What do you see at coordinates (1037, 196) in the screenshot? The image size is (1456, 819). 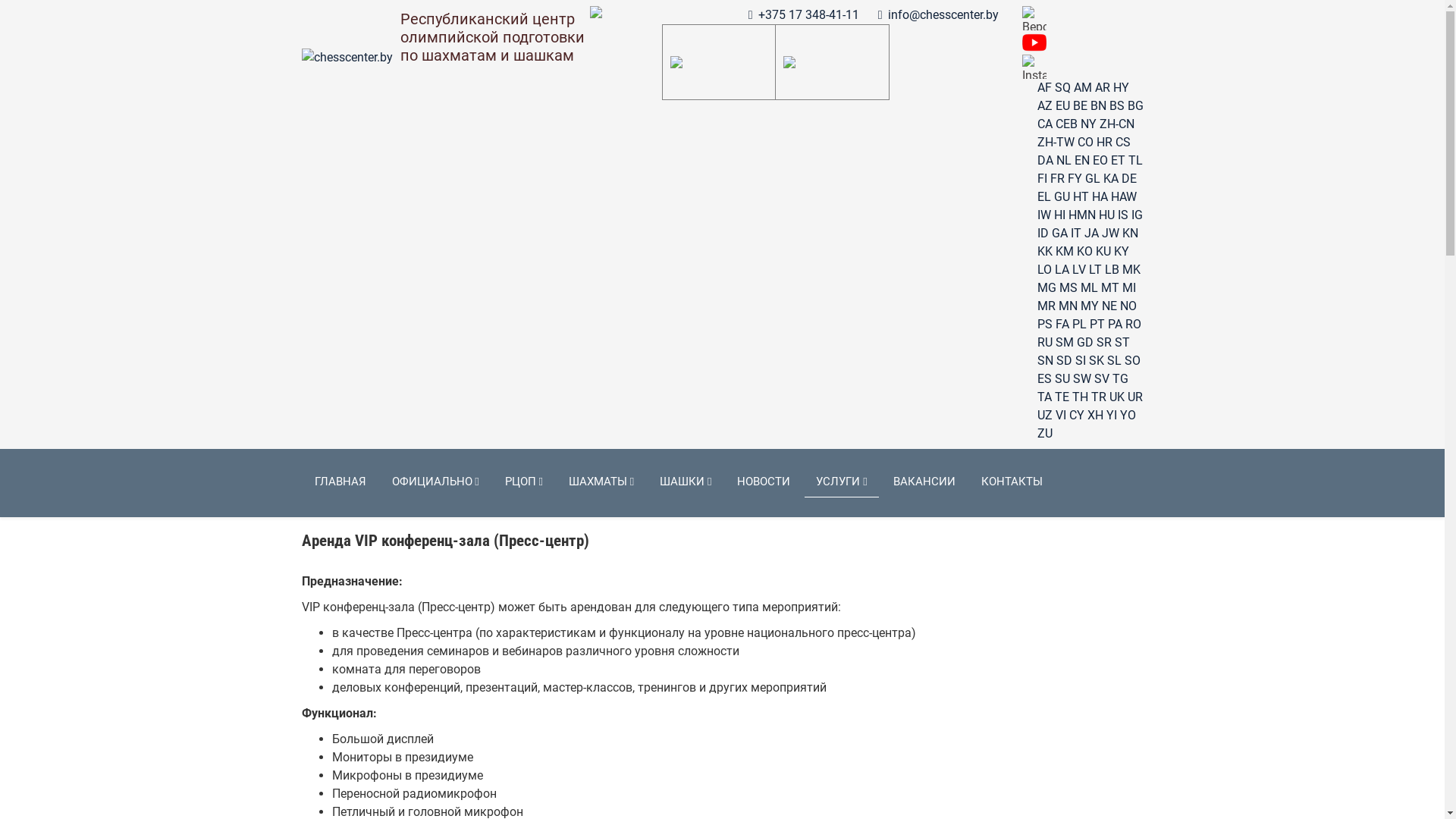 I see `'EL'` at bounding box center [1037, 196].